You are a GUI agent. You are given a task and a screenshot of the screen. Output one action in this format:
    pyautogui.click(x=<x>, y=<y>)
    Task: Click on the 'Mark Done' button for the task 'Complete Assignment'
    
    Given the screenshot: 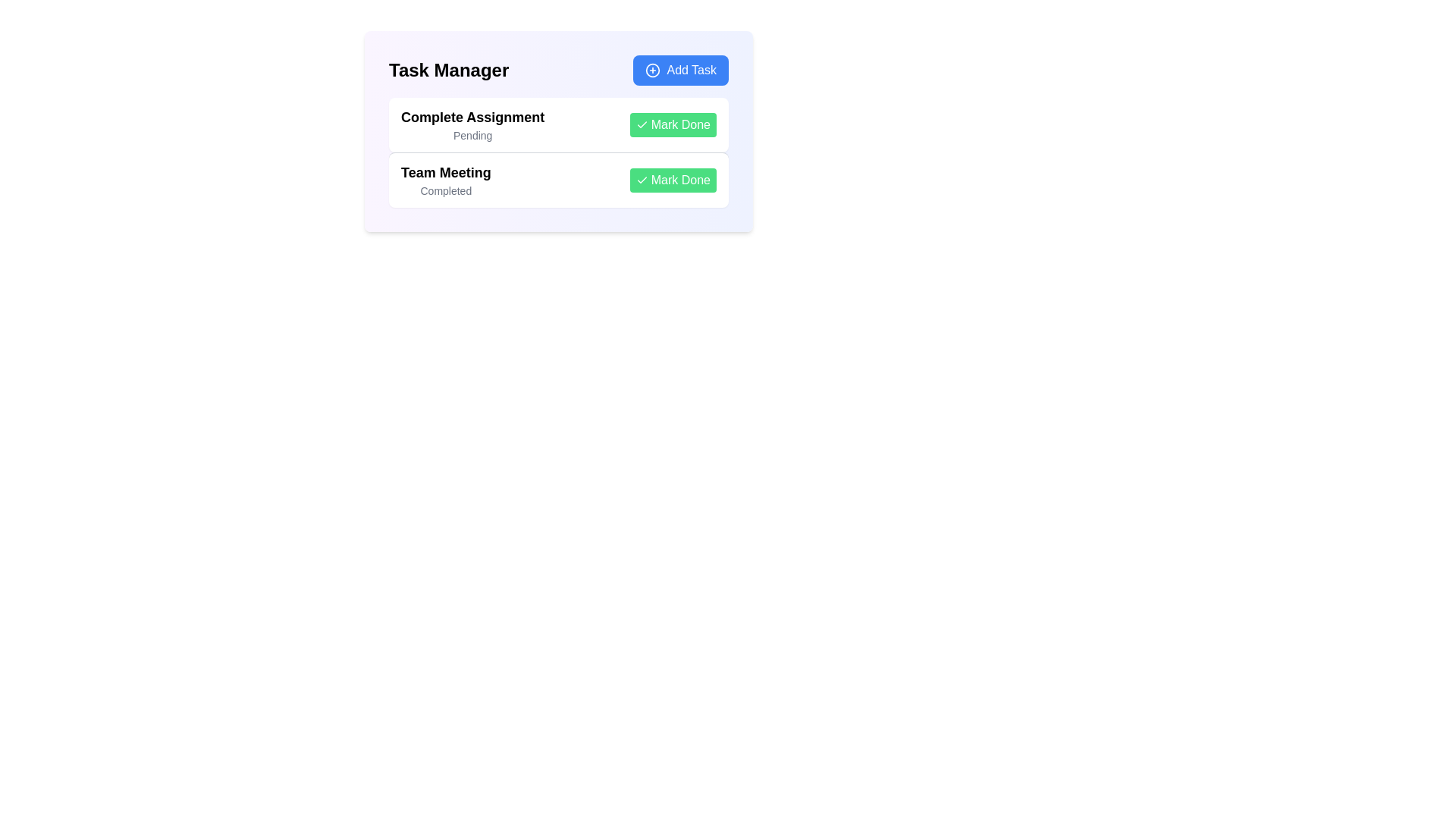 What is the action you would take?
    pyautogui.click(x=672, y=124)
    